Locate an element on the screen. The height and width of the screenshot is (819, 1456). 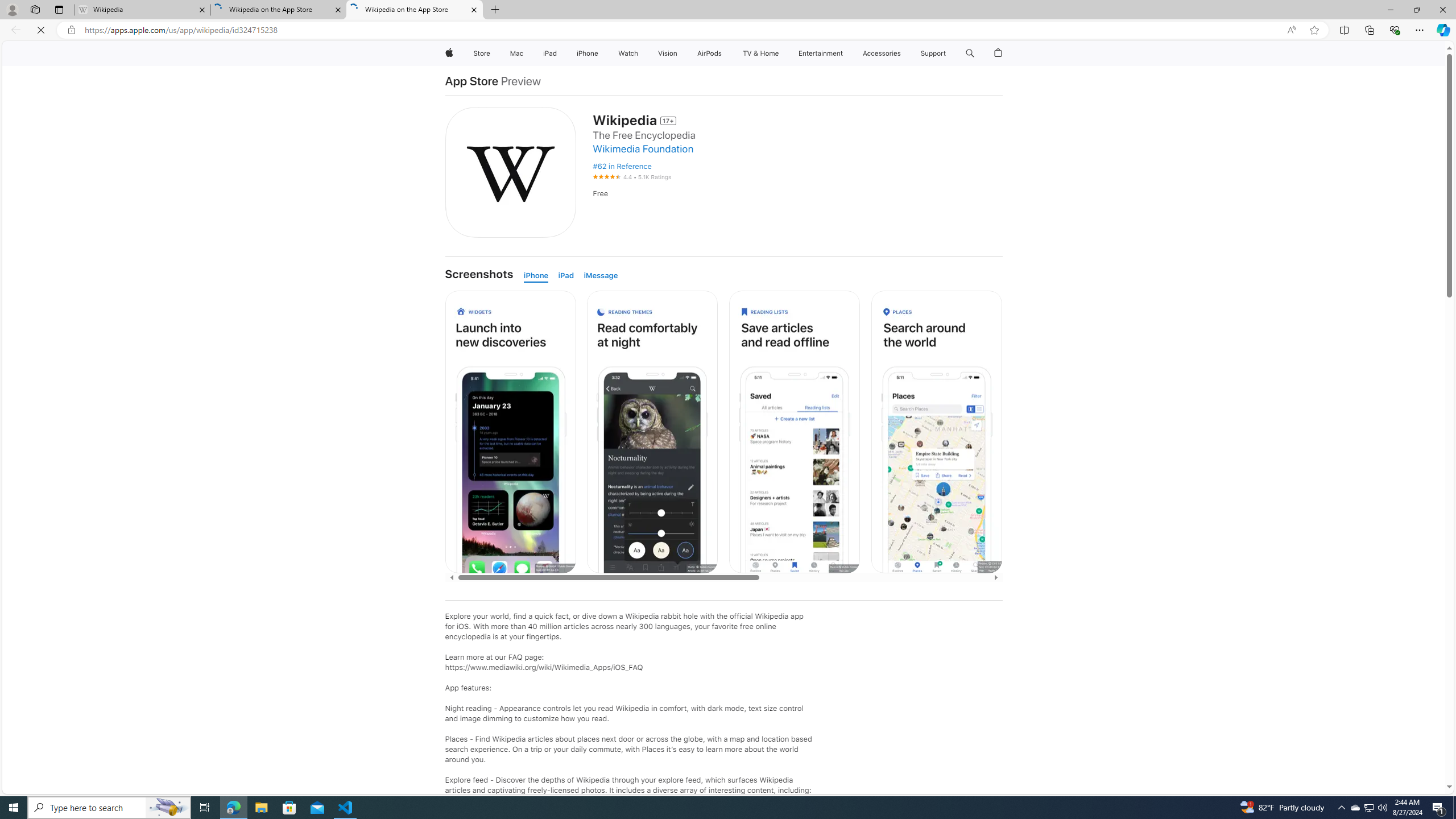
'Mac' is located at coordinates (515, 53).